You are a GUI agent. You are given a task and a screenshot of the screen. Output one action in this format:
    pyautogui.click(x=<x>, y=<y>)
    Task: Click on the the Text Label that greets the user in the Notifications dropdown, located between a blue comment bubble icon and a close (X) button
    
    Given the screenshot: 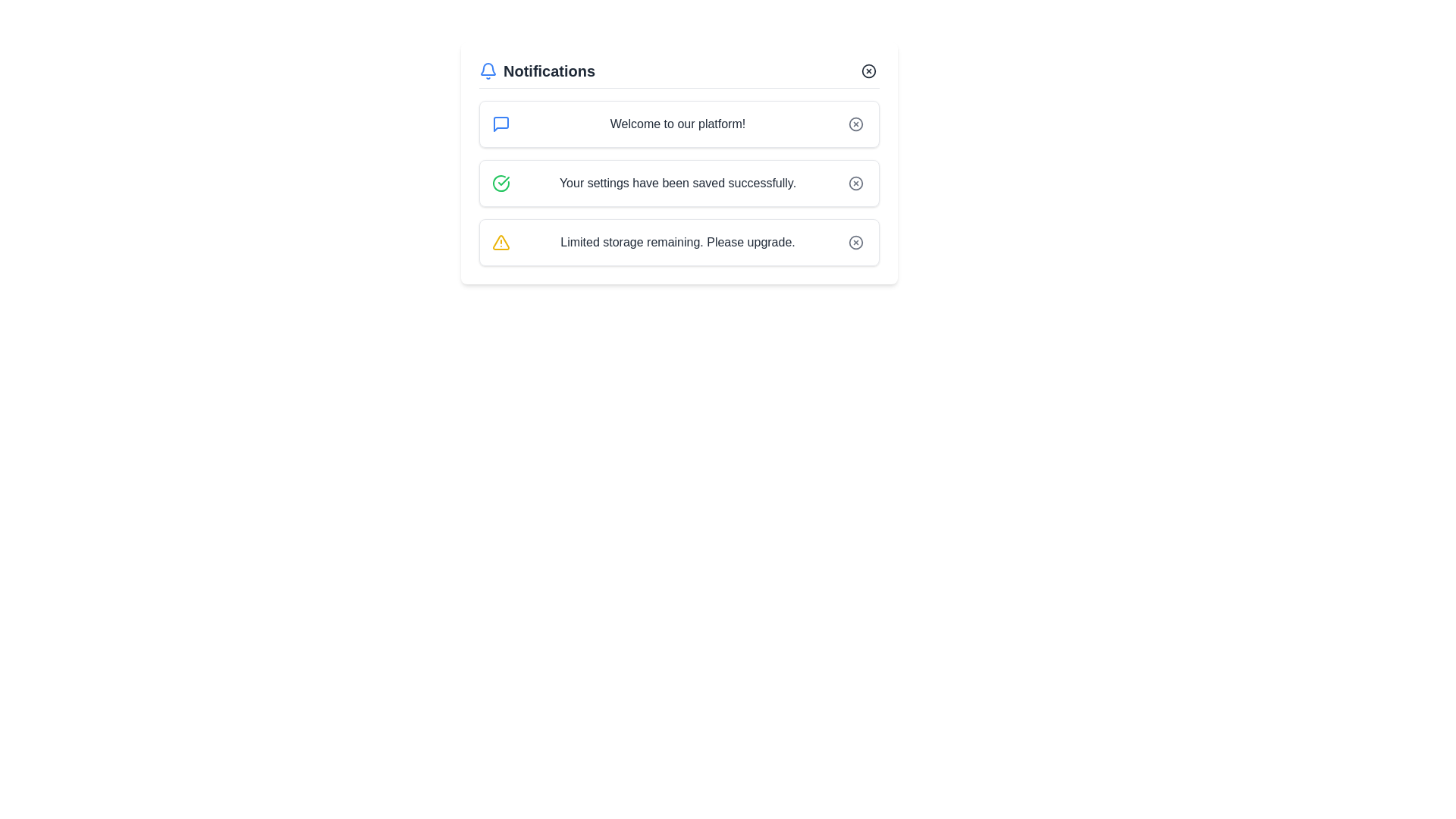 What is the action you would take?
    pyautogui.click(x=676, y=124)
    